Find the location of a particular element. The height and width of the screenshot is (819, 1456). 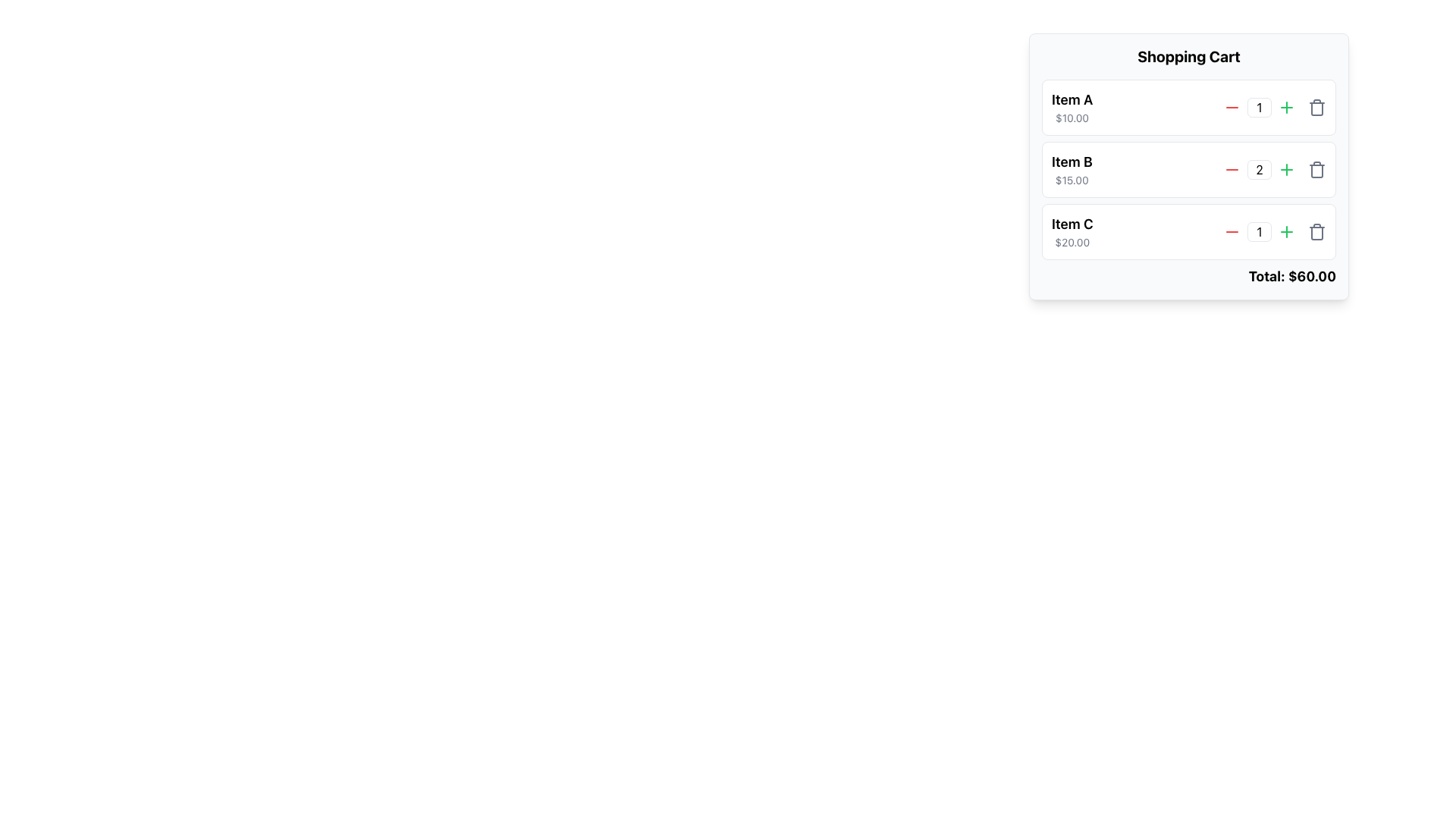

the control group that adjusts the quantity of 'Item A' in the shopping cart for editing is located at coordinates (1274, 107).